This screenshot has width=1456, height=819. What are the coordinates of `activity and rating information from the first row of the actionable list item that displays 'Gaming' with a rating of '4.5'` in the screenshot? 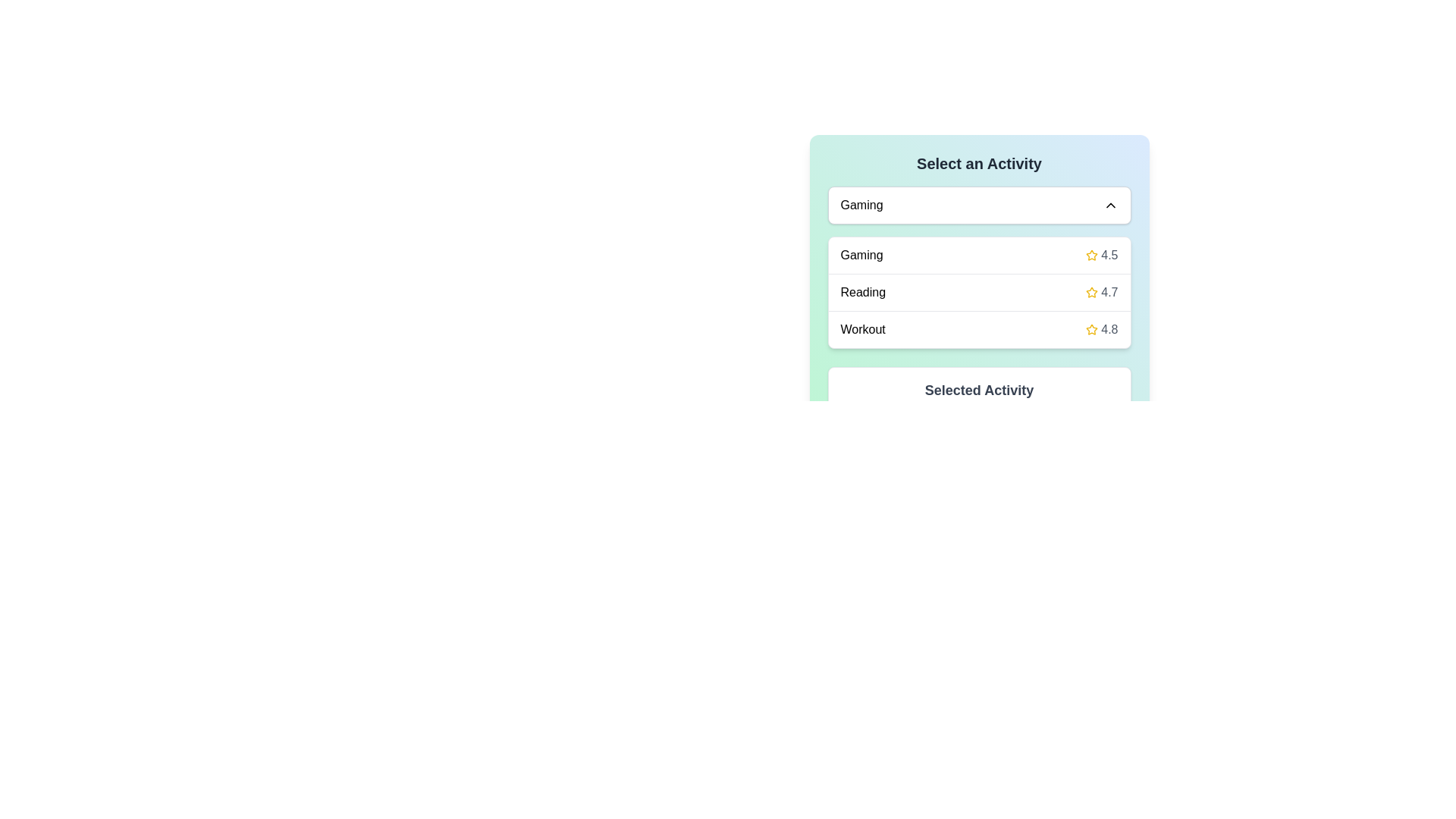 It's located at (979, 254).